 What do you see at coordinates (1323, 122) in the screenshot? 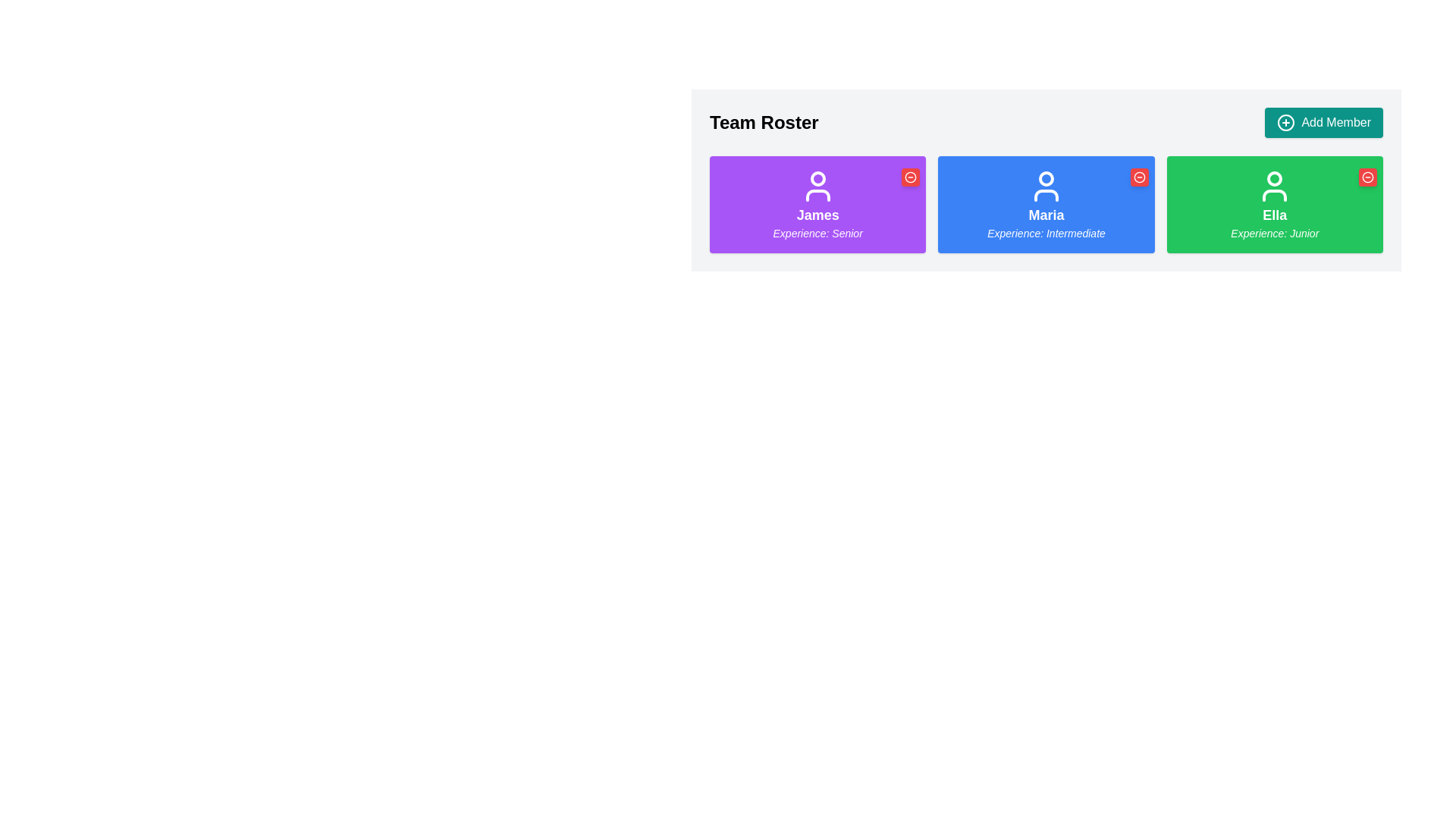
I see `the button located on the far right side of the 'Team Roster' header` at bounding box center [1323, 122].